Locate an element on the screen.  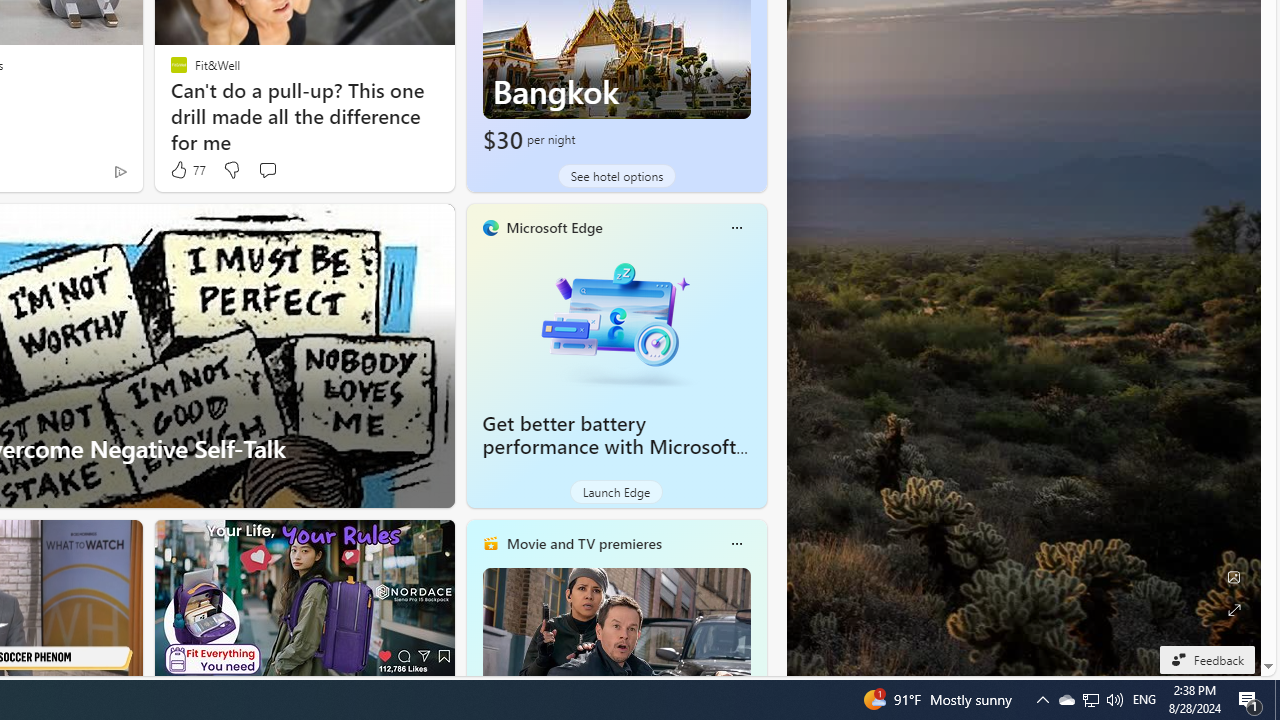
'Launch Edge' is located at coordinates (615, 492).